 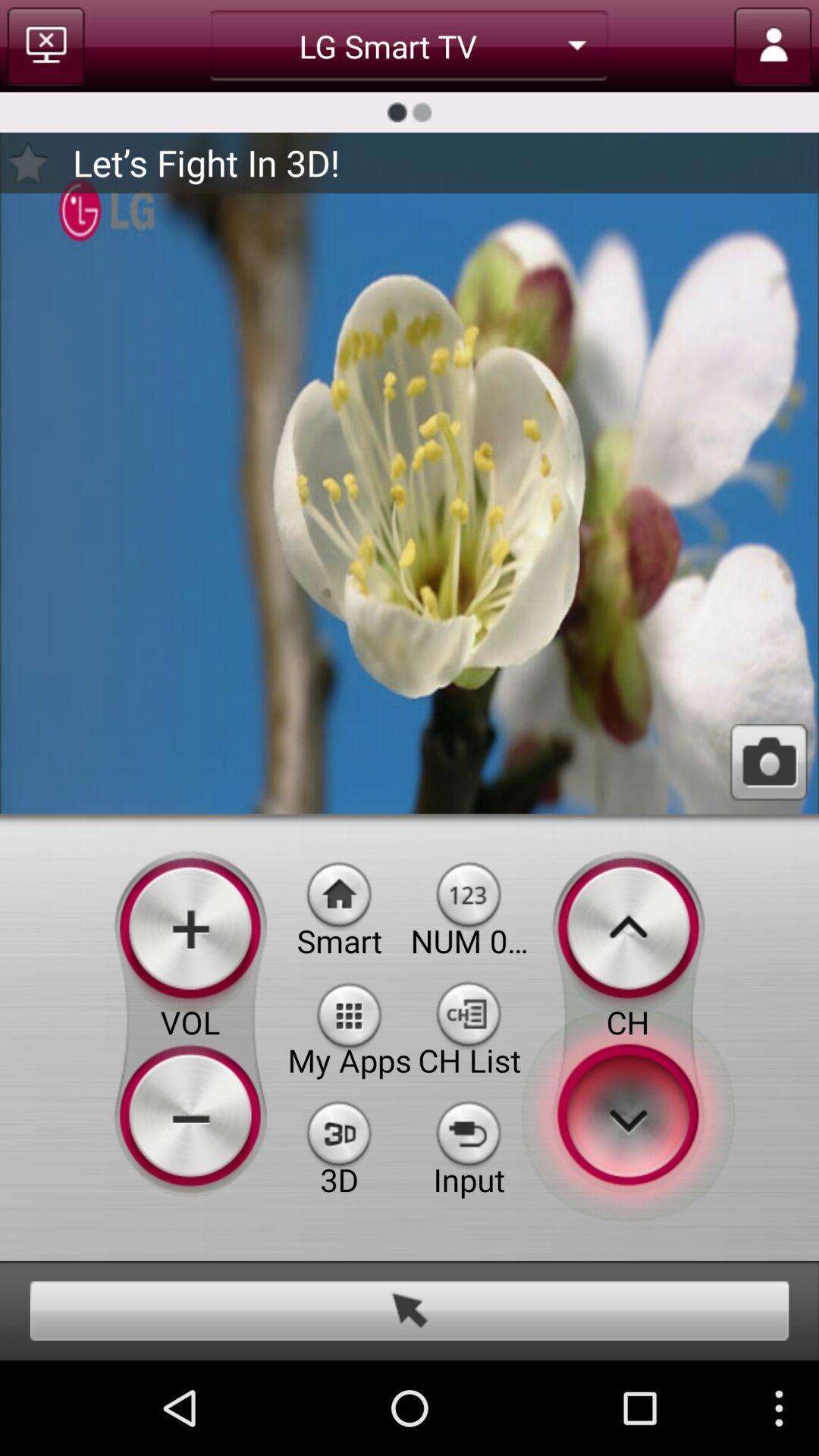 What do you see at coordinates (773, 49) in the screenshot?
I see `the avatar icon` at bounding box center [773, 49].